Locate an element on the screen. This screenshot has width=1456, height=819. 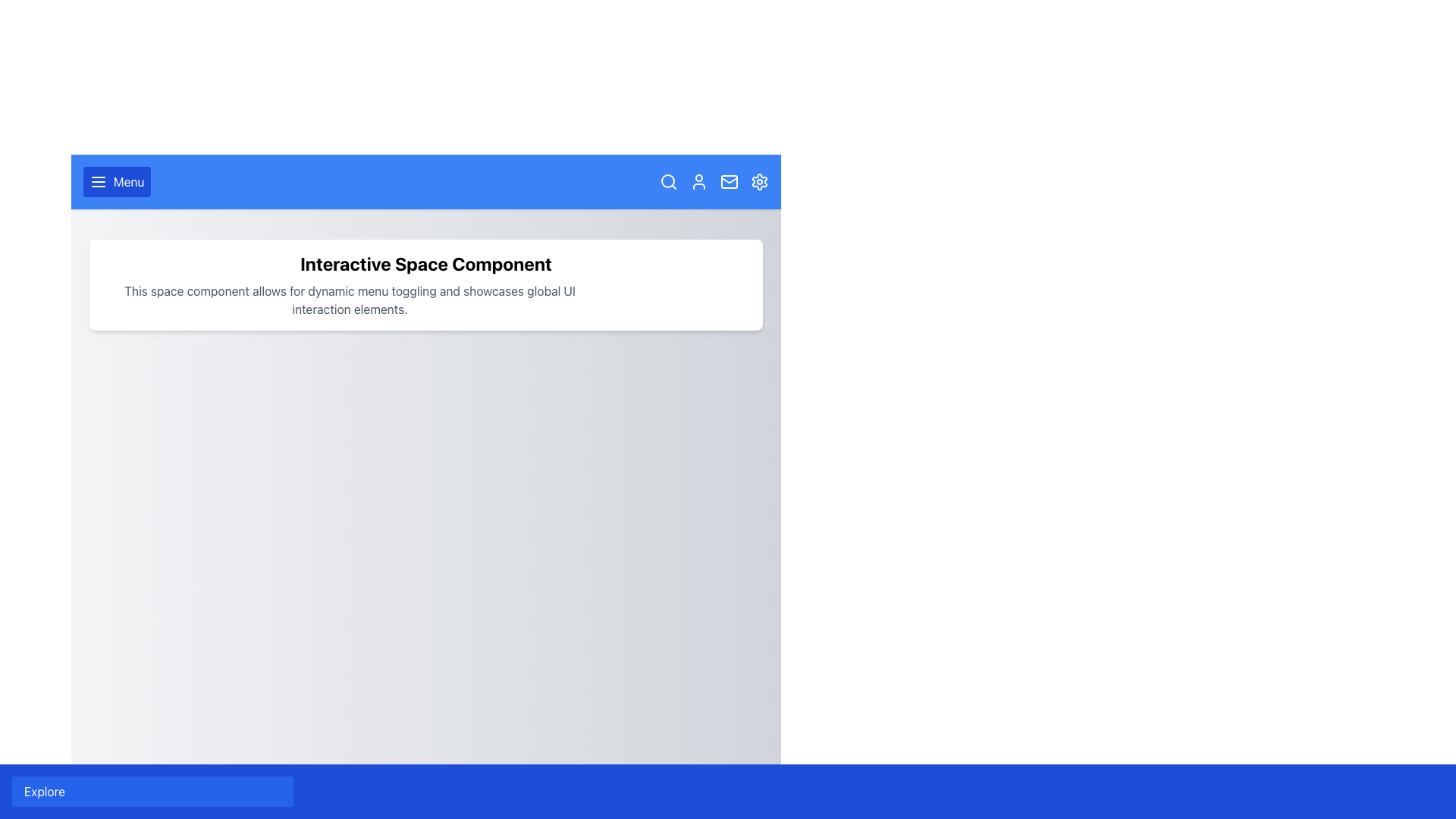
the blue rectangular button labeled 'Explore' is located at coordinates (152, 791).